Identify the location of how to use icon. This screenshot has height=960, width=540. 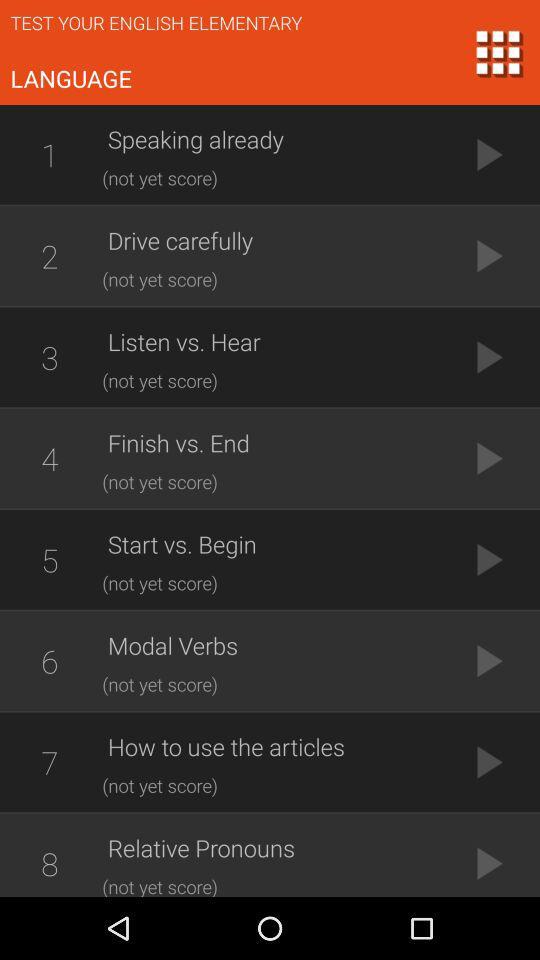
(274, 745).